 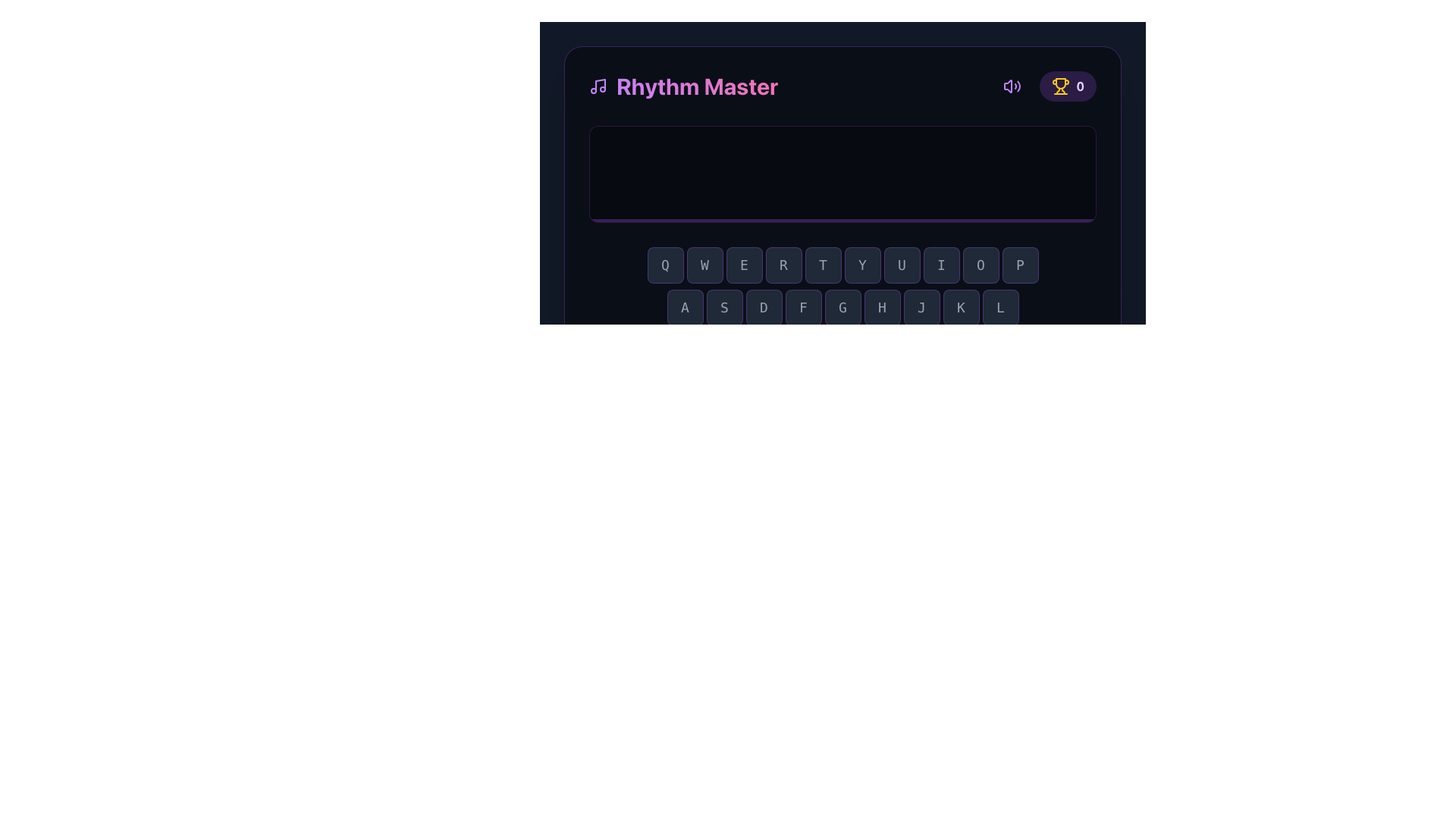 What do you see at coordinates (902, 265) in the screenshot?
I see `the virtual keyboard button representing the letter 'U' to input the character 'U'` at bounding box center [902, 265].